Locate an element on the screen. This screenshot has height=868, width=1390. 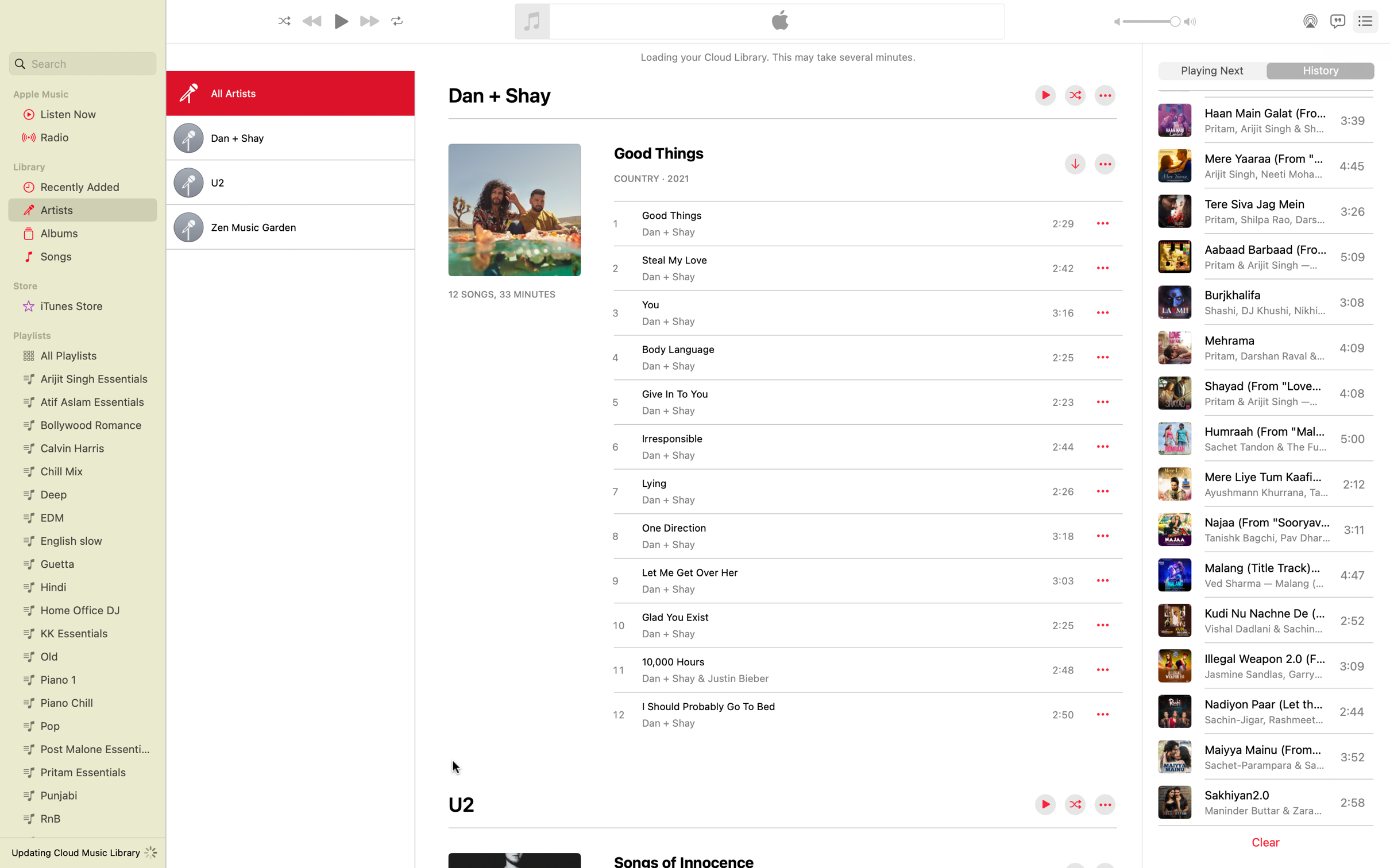
the list view for the dan shay playlist is located at coordinates (289, 138).